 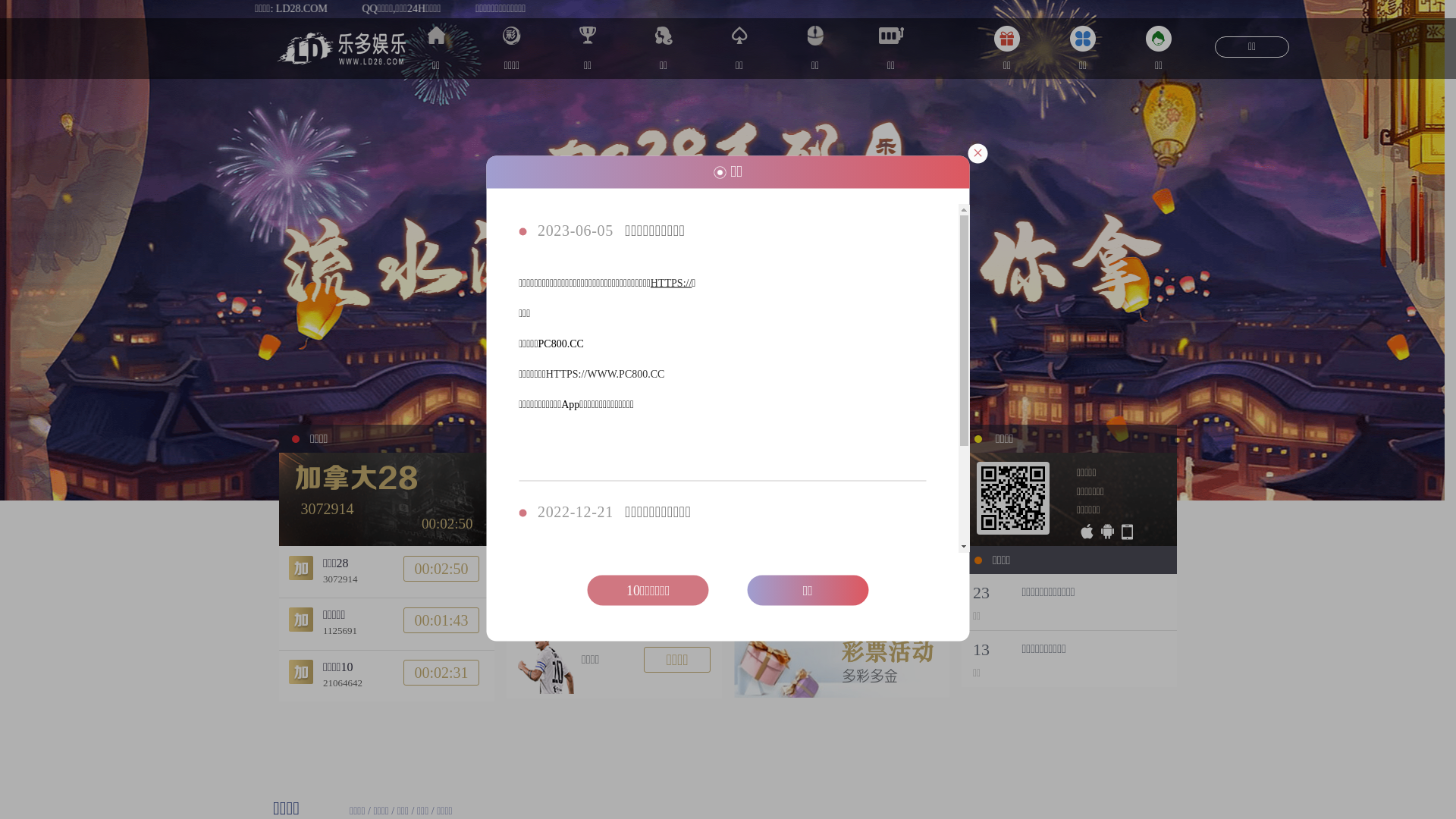 What do you see at coordinates (604, 374) in the screenshot?
I see `'HTTPS://WWW.PC800.CC'` at bounding box center [604, 374].